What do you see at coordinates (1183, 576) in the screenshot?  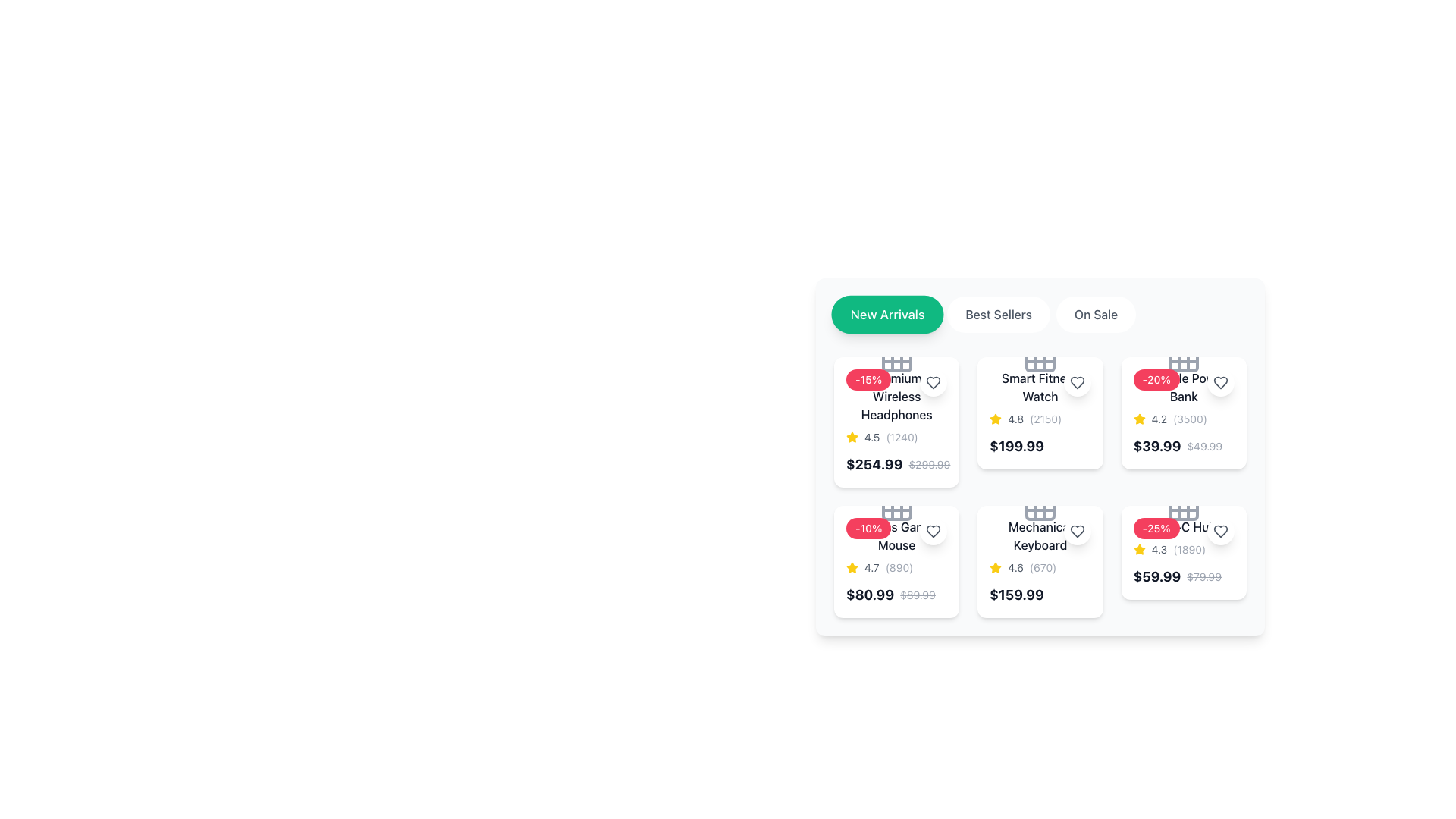 I see `the price display showing '$59.99' and '$79.99' in the bottom-right corner of the product card in the 'On Sale' section` at bounding box center [1183, 576].